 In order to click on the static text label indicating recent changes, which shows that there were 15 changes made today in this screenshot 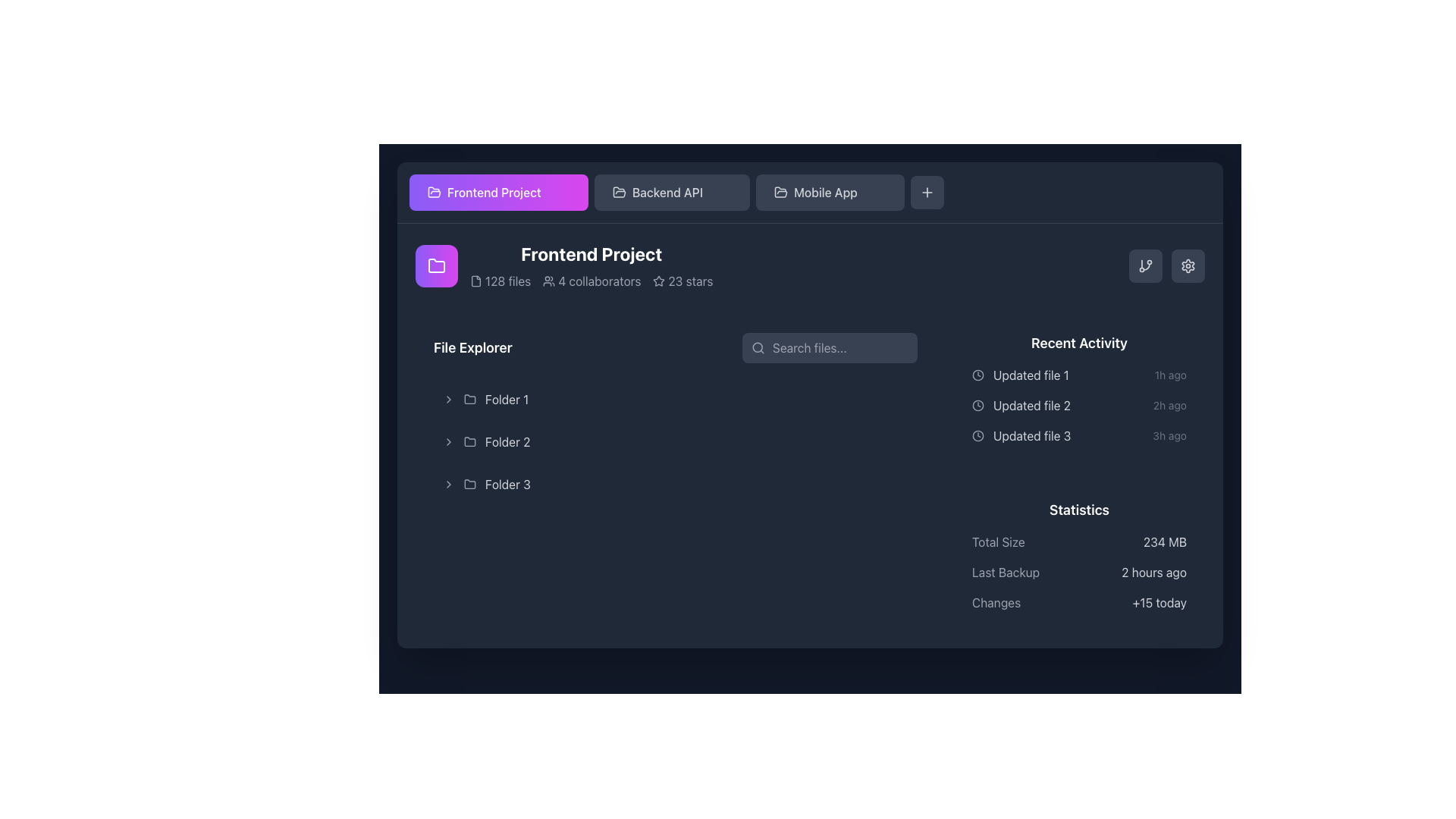, I will do `click(1159, 601)`.